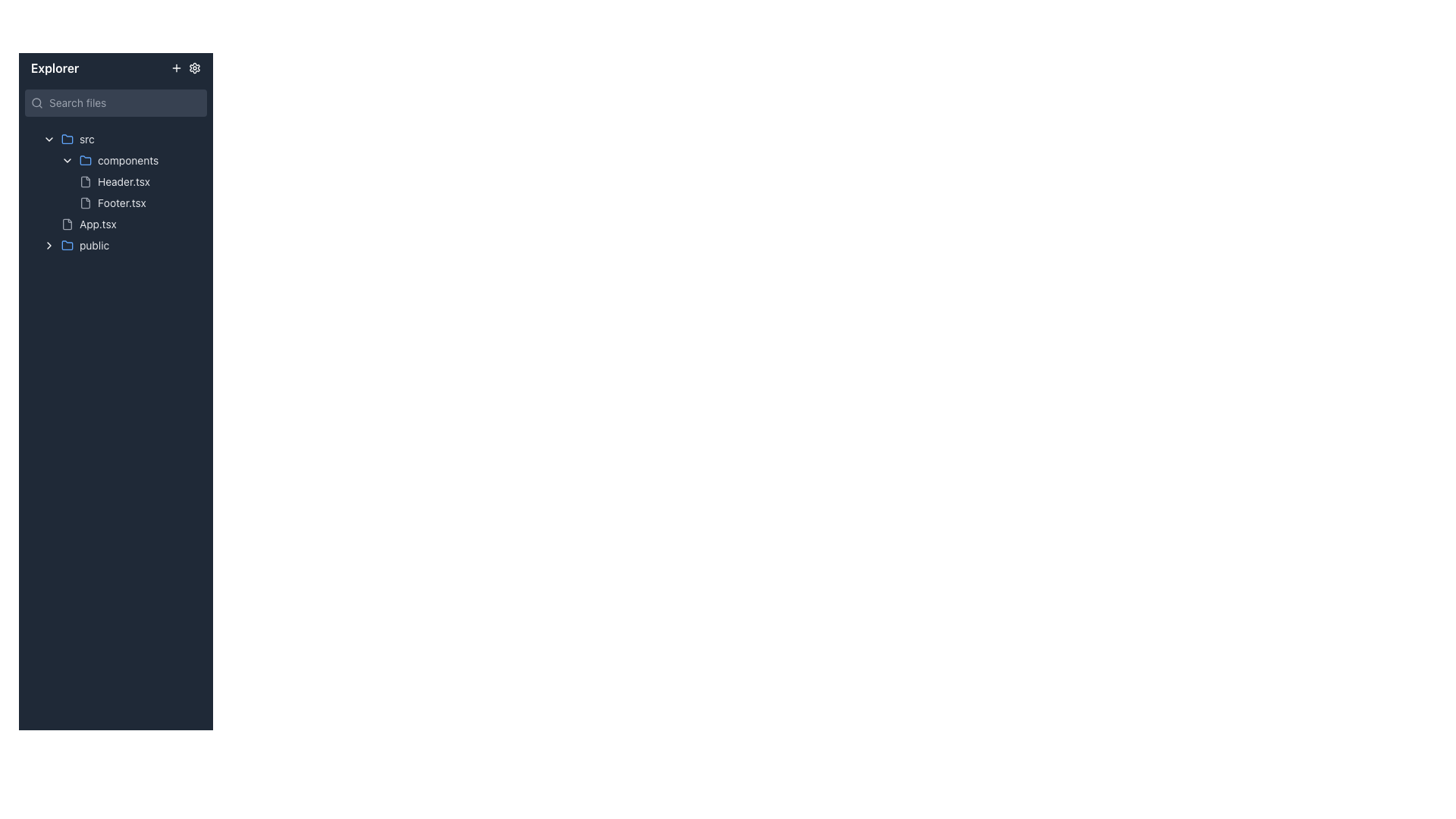  What do you see at coordinates (93, 245) in the screenshot?
I see `the 'public' label which is styled in gray and located next` at bounding box center [93, 245].